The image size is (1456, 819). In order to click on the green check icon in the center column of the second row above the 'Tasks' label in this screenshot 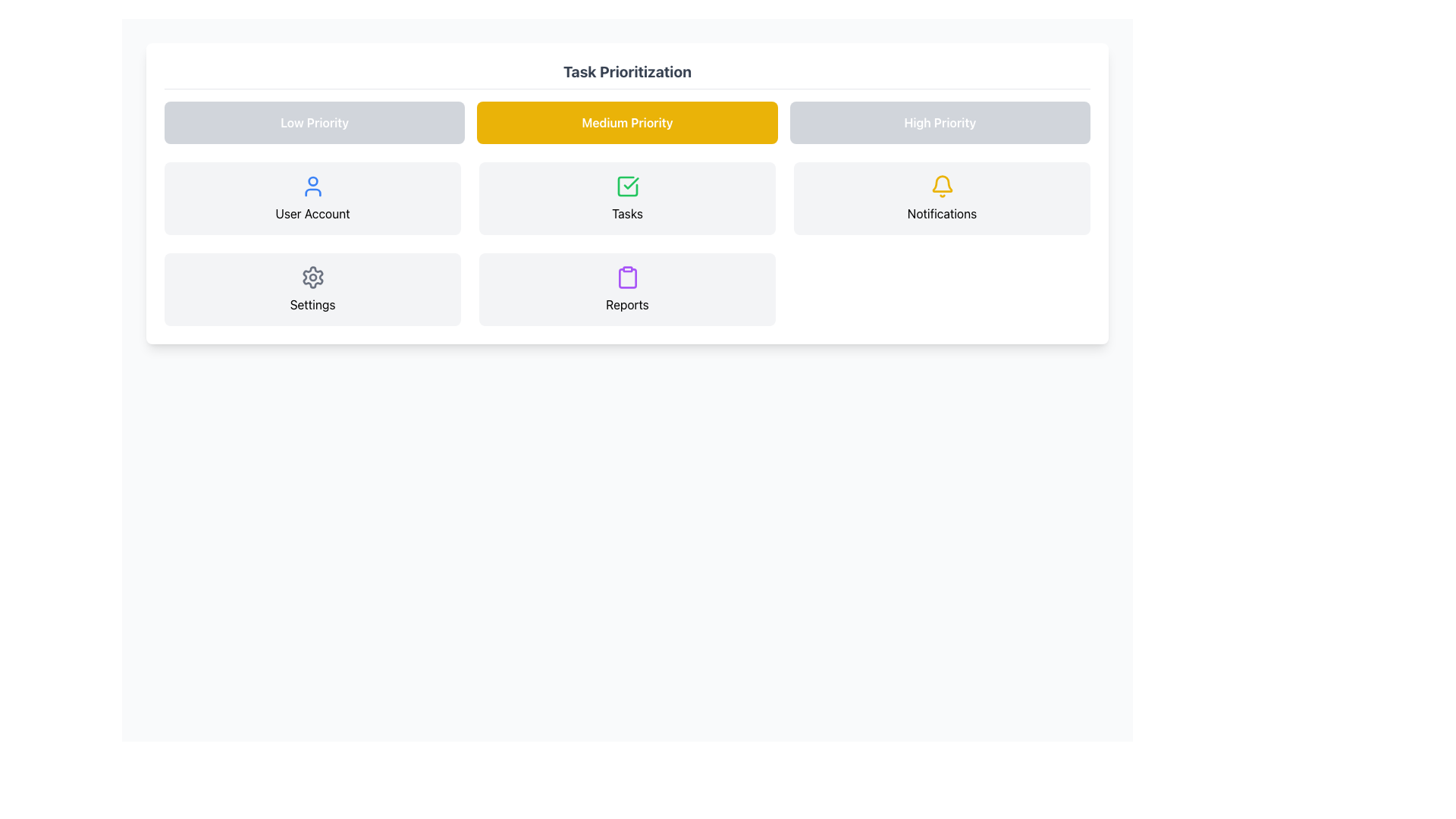, I will do `click(627, 186)`.